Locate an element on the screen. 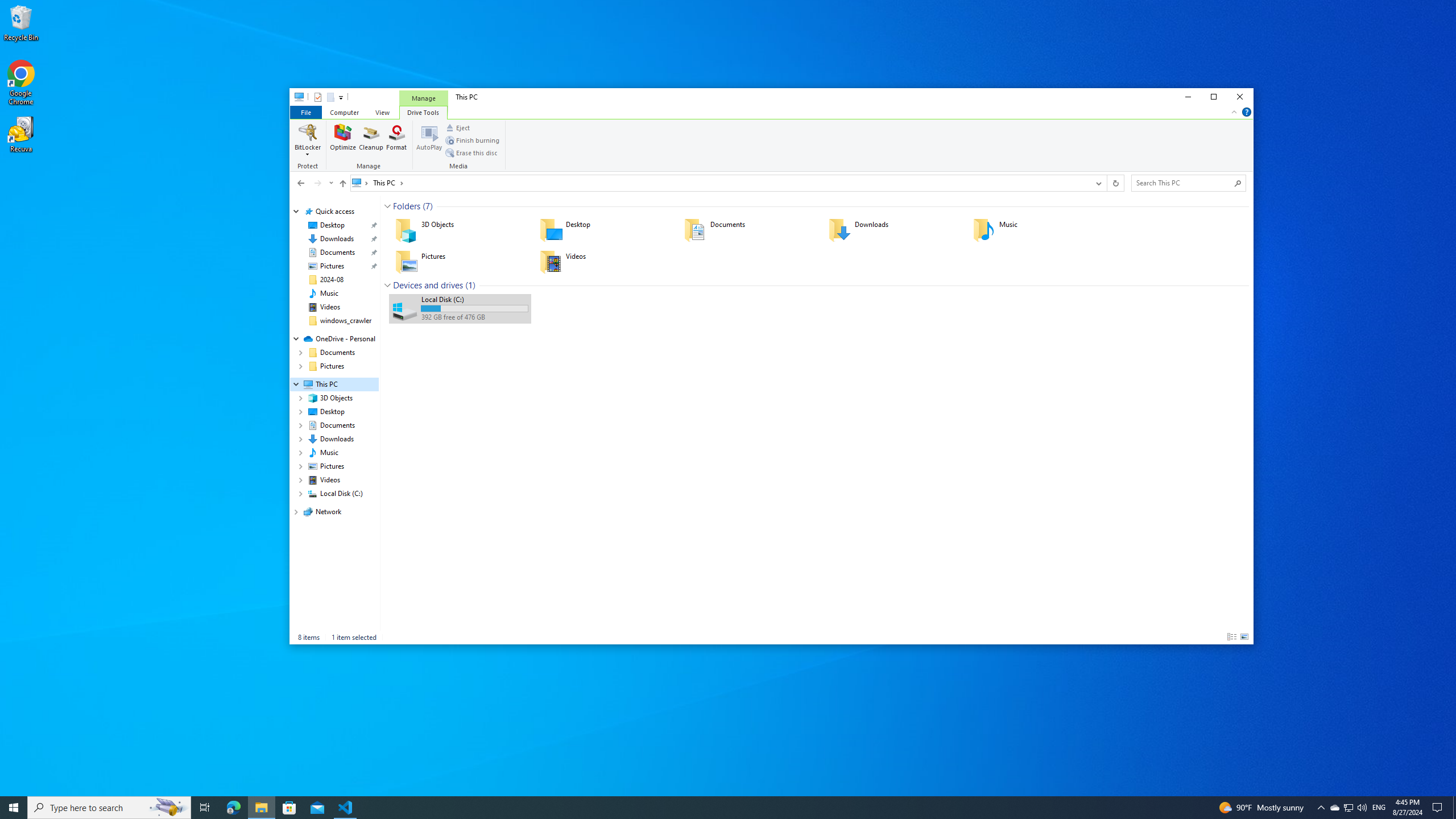 Image resolution: width=1456 pixels, height=819 pixels. 'Start' is located at coordinates (14, 806).